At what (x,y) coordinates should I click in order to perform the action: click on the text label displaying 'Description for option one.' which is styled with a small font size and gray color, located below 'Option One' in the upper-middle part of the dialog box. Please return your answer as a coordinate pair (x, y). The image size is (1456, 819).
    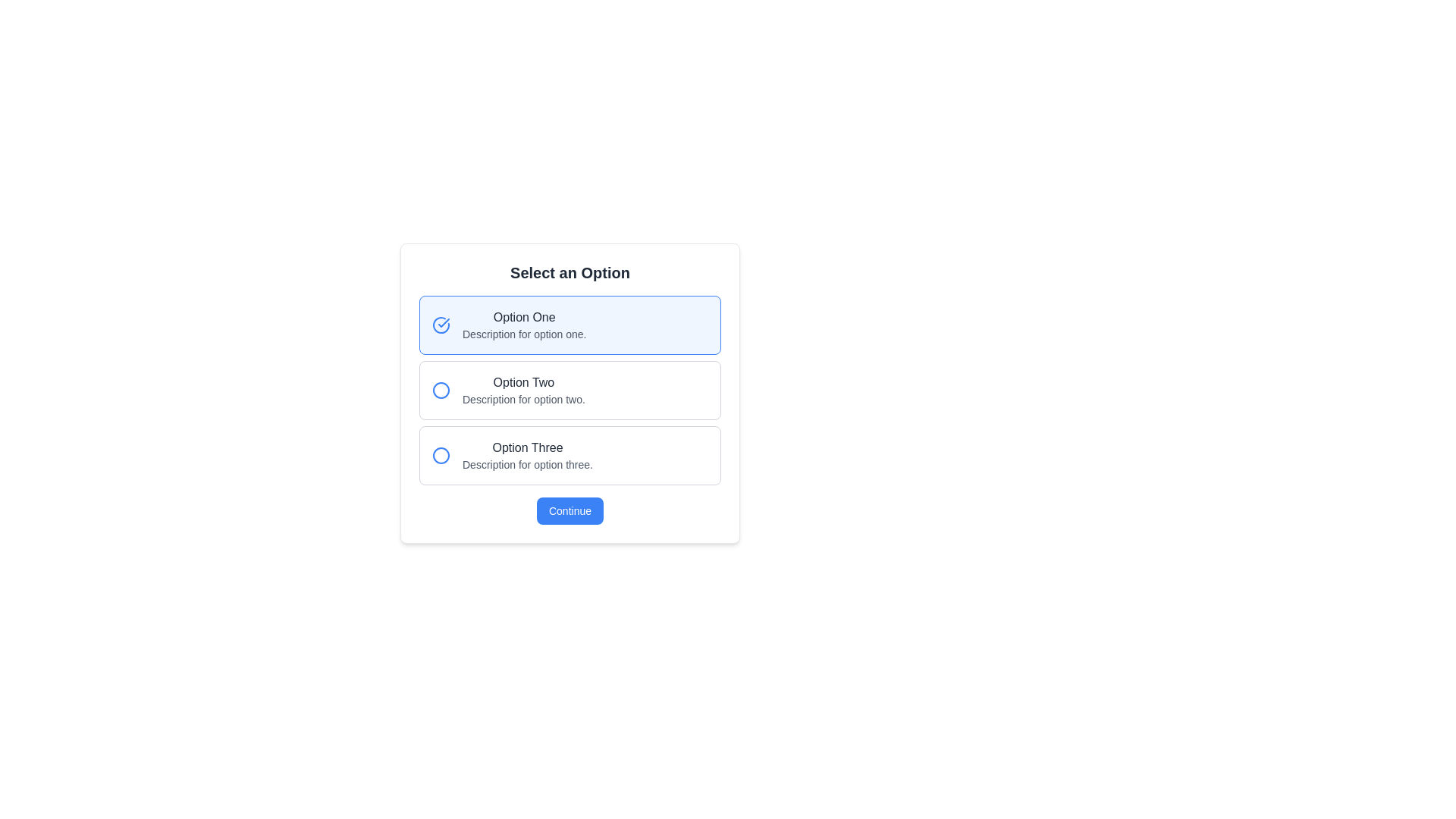
    Looking at the image, I should click on (524, 333).